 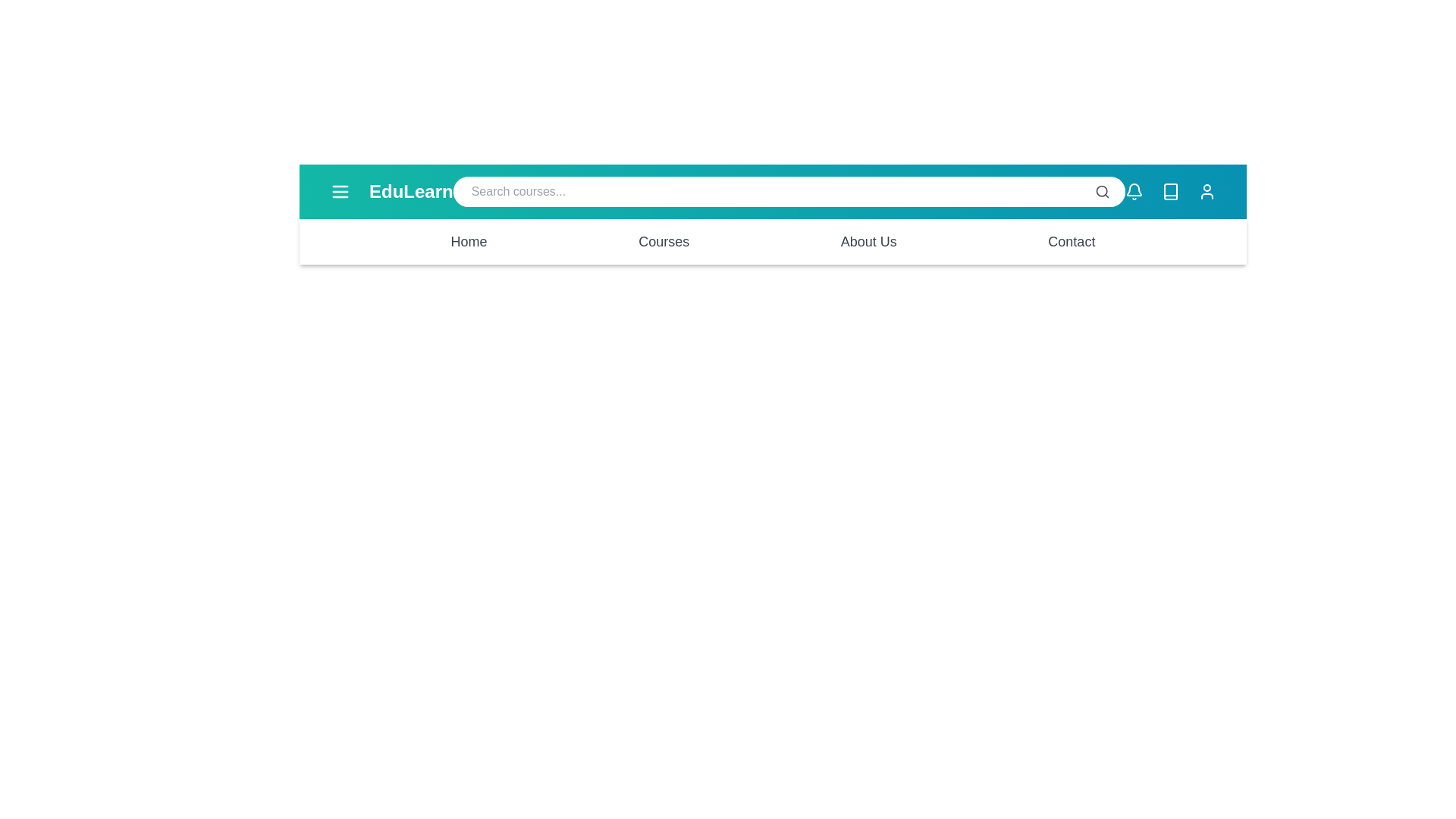 I want to click on the bell icon to open notifications, so click(x=1134, y=191).